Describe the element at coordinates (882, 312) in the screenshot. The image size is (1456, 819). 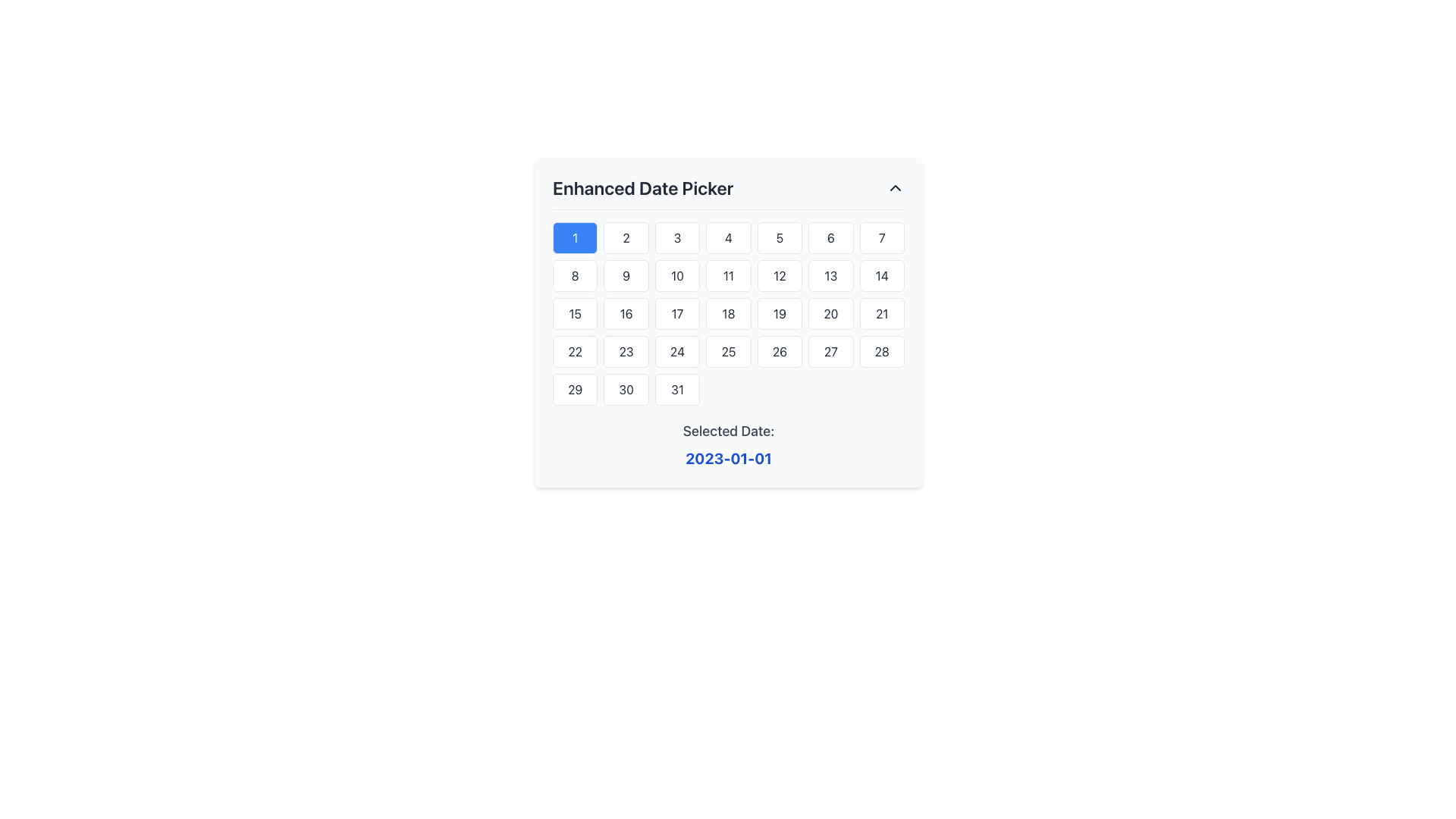
I see `the rectangular button with rounded corners displaying the number '21'` at that location.